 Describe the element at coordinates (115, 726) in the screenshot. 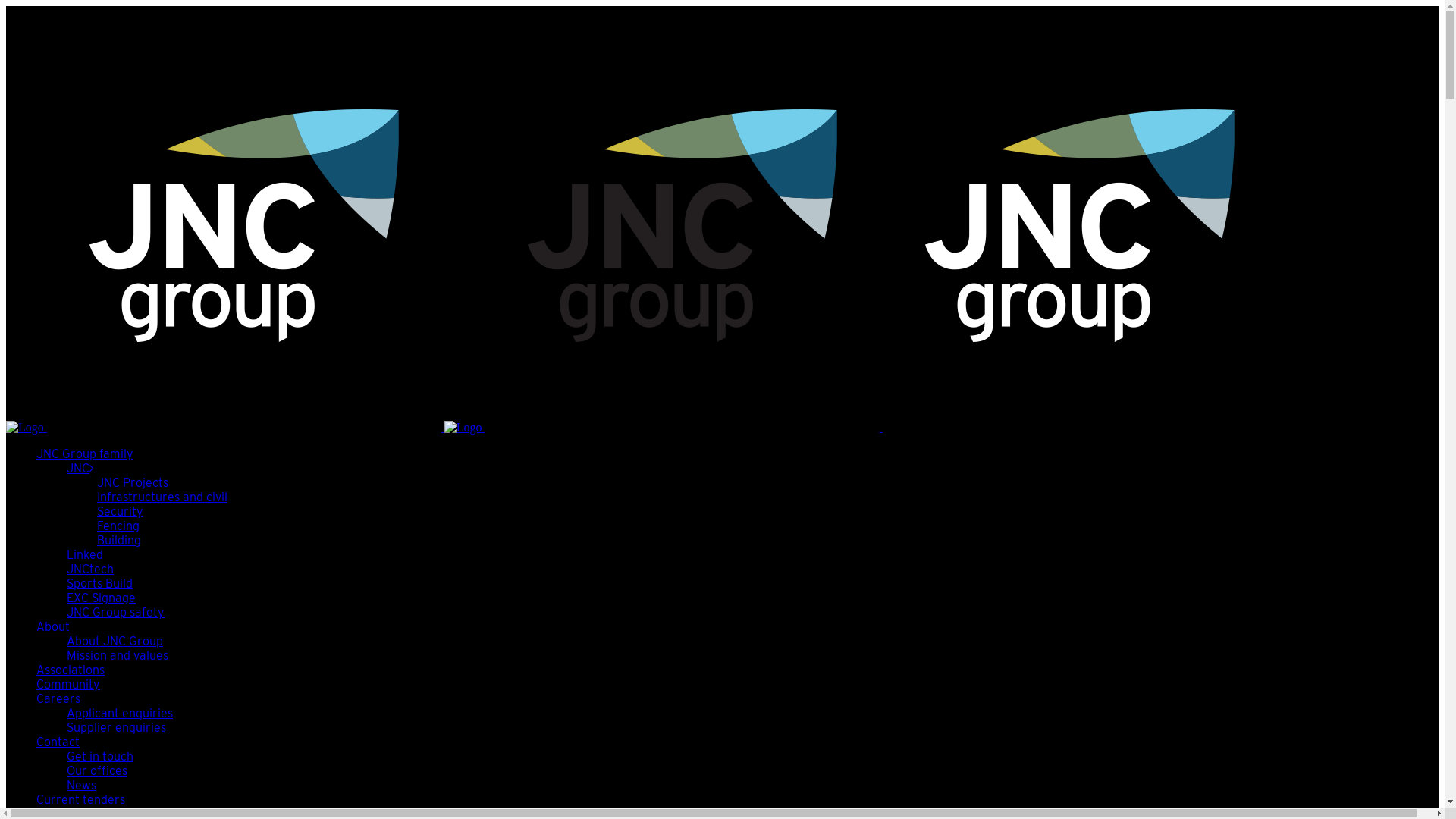

I see `'Supplier enquiries'` at that location.